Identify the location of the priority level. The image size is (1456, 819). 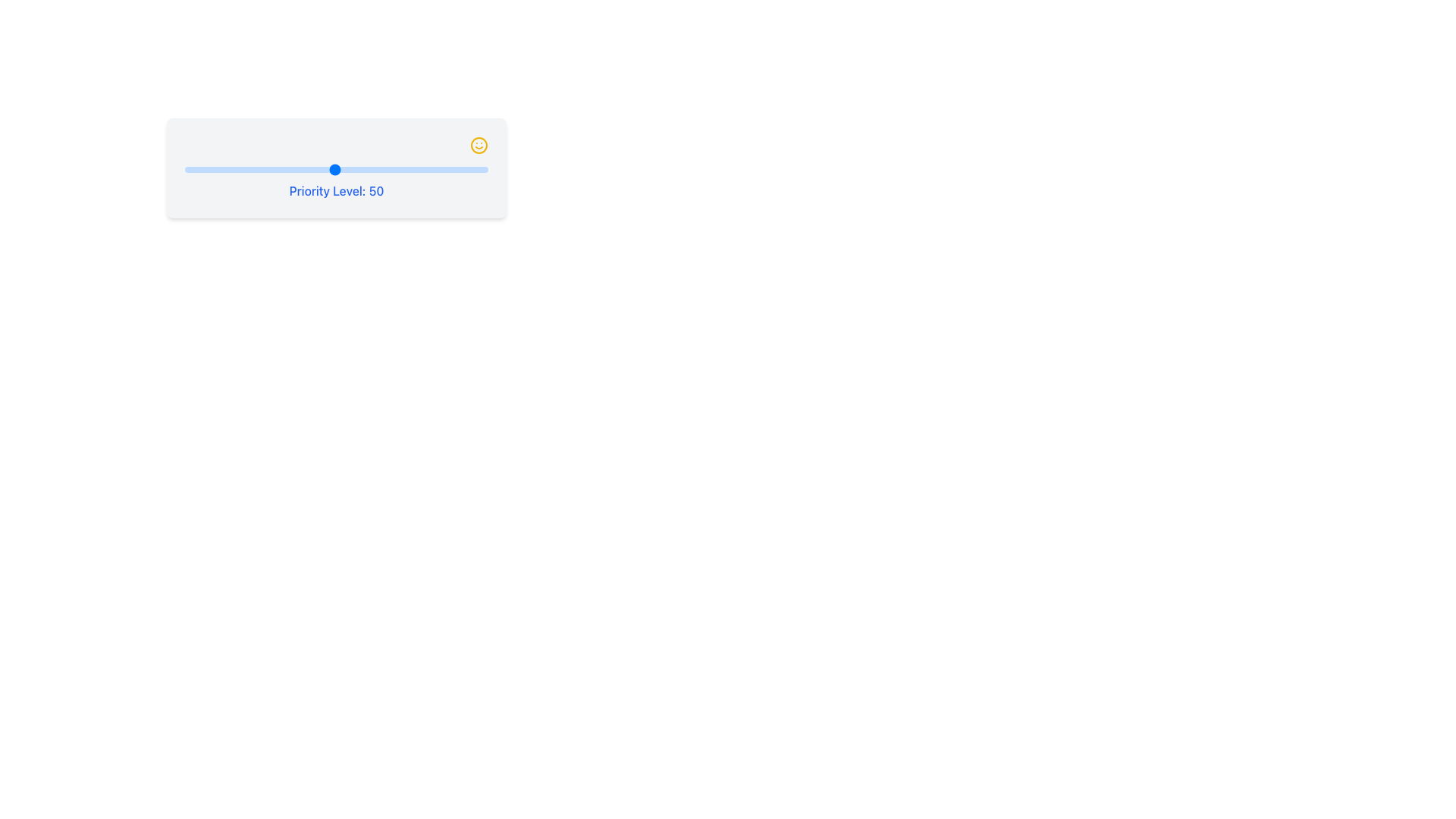
(268, 169).